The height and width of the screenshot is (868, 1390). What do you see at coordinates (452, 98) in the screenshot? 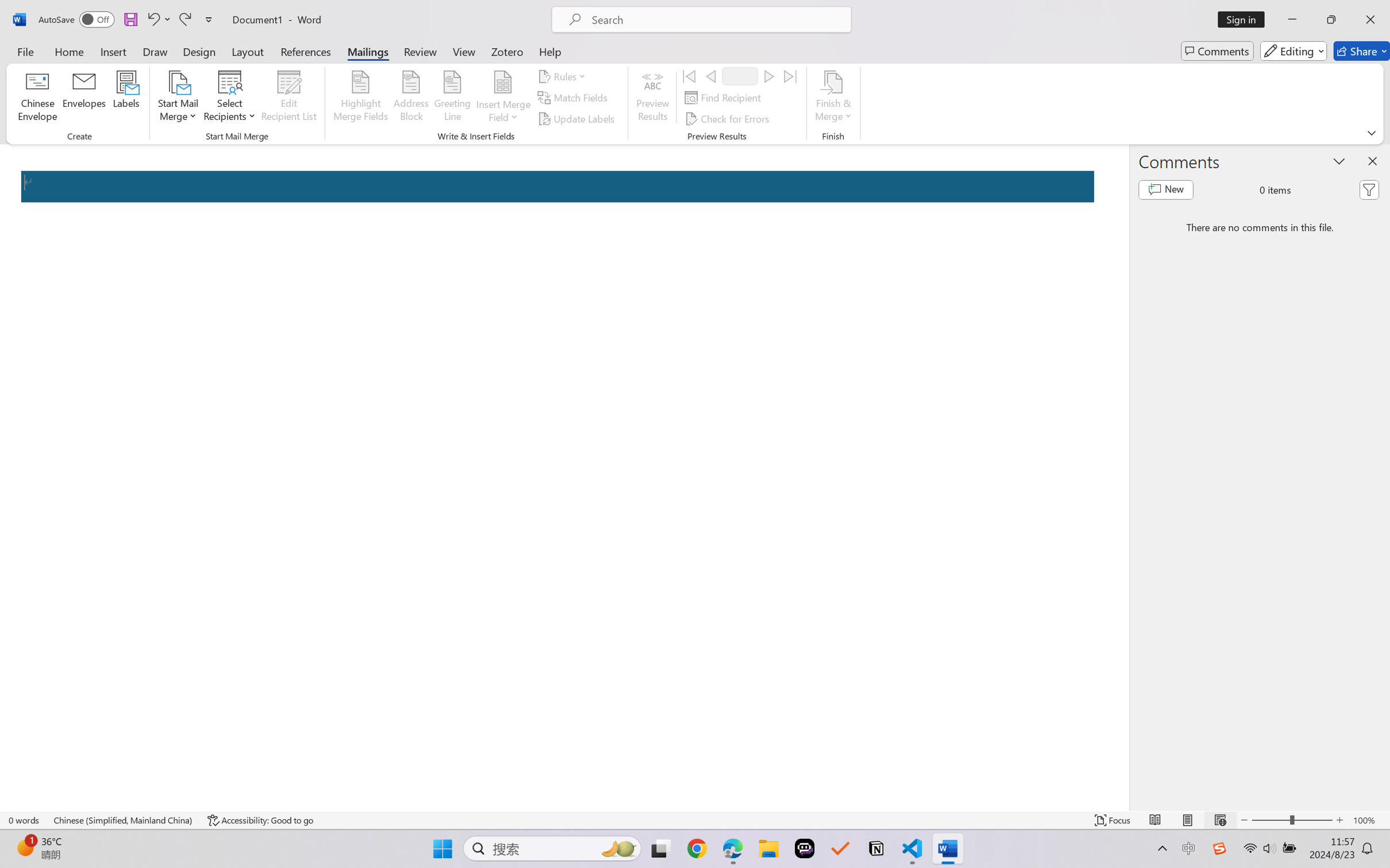
I see `'Greeting Line...'` at bounding box center [452, 98].